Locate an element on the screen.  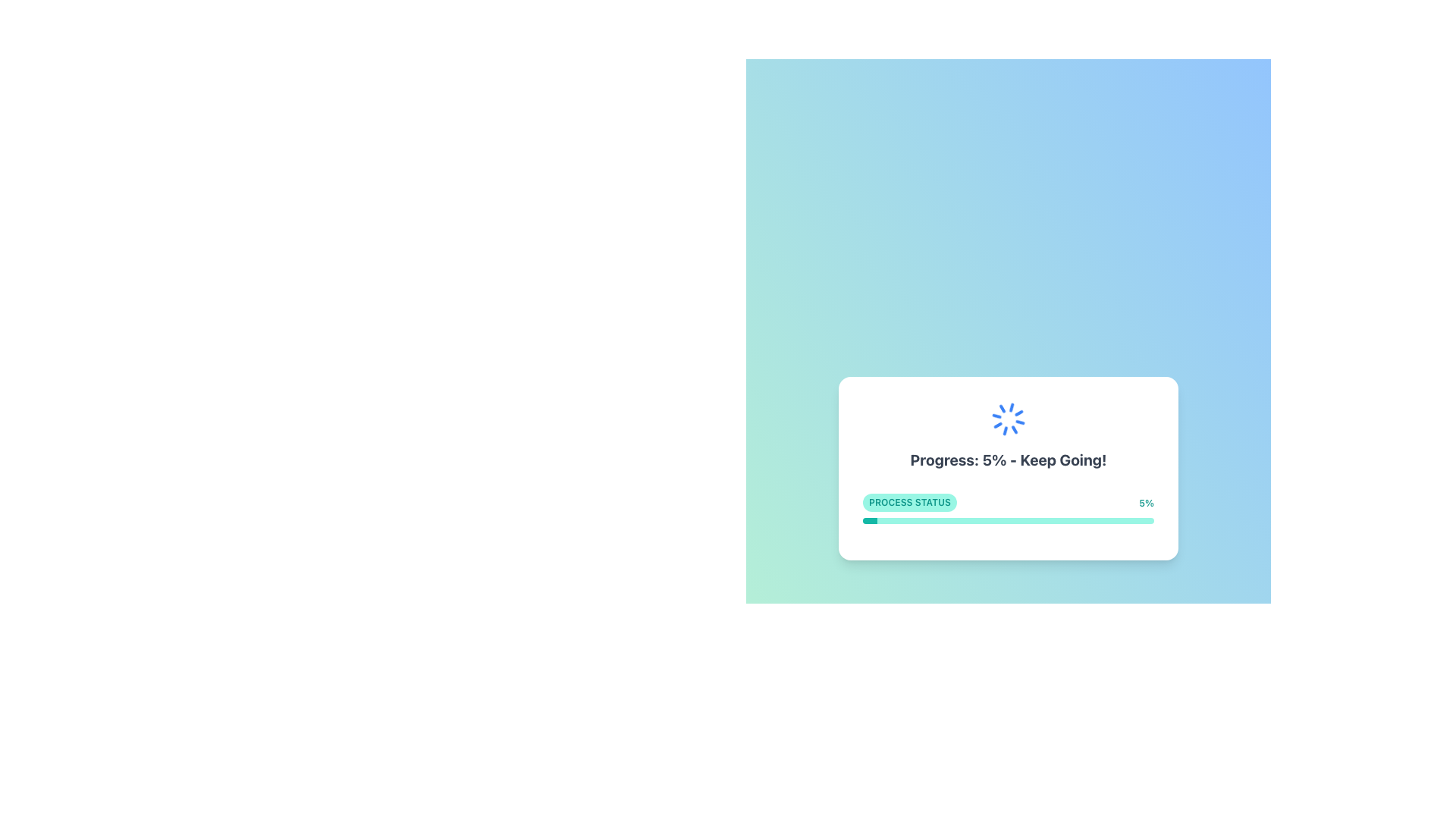
the Loader Icon that serves as visual feedback, located above the text 'Progress: 5% - Keep Going!', positioned centrally in the progress tracking widget is located at coordinates (1008, 419).